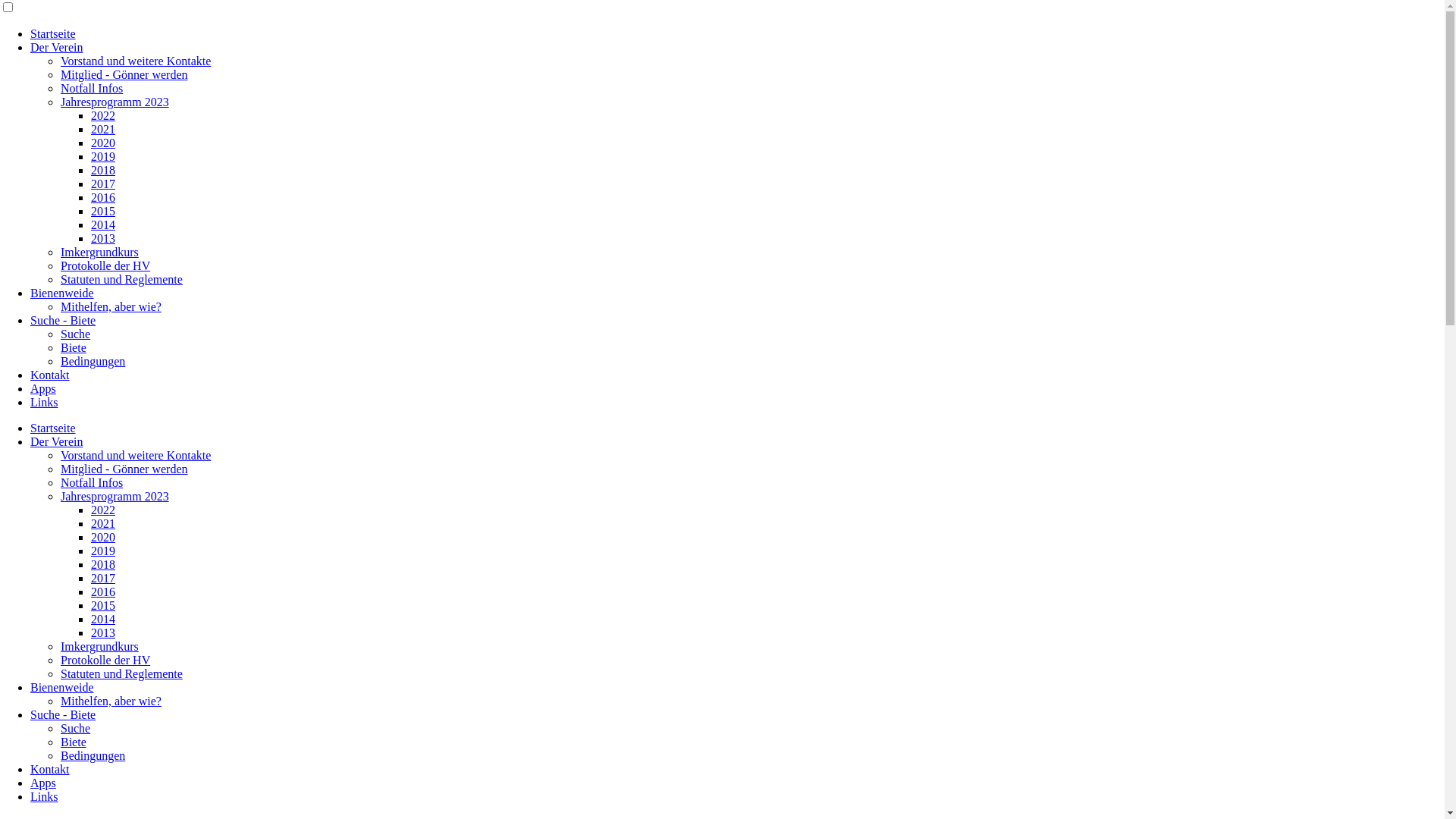 Image resolution: width=1456 pixels, height=819 pixels. What do you see at coordinates (43, 401) in the screenshot?
I see `'Links'` at bounding box center [43, 401].